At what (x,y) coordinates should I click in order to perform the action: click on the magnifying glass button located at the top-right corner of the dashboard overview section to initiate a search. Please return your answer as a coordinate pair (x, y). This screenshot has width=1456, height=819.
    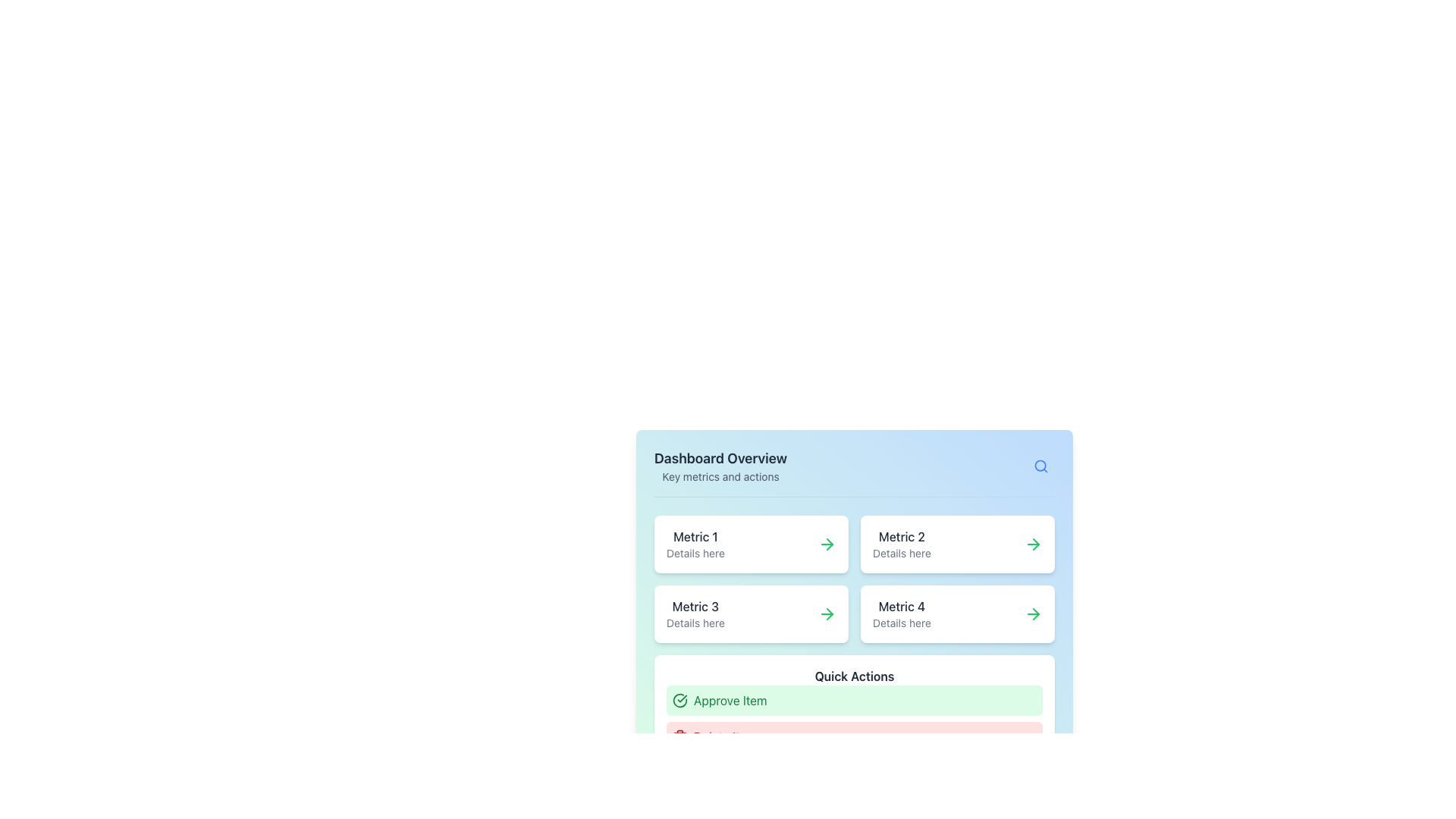
    Looking at the image, I should click on (1040, 465).